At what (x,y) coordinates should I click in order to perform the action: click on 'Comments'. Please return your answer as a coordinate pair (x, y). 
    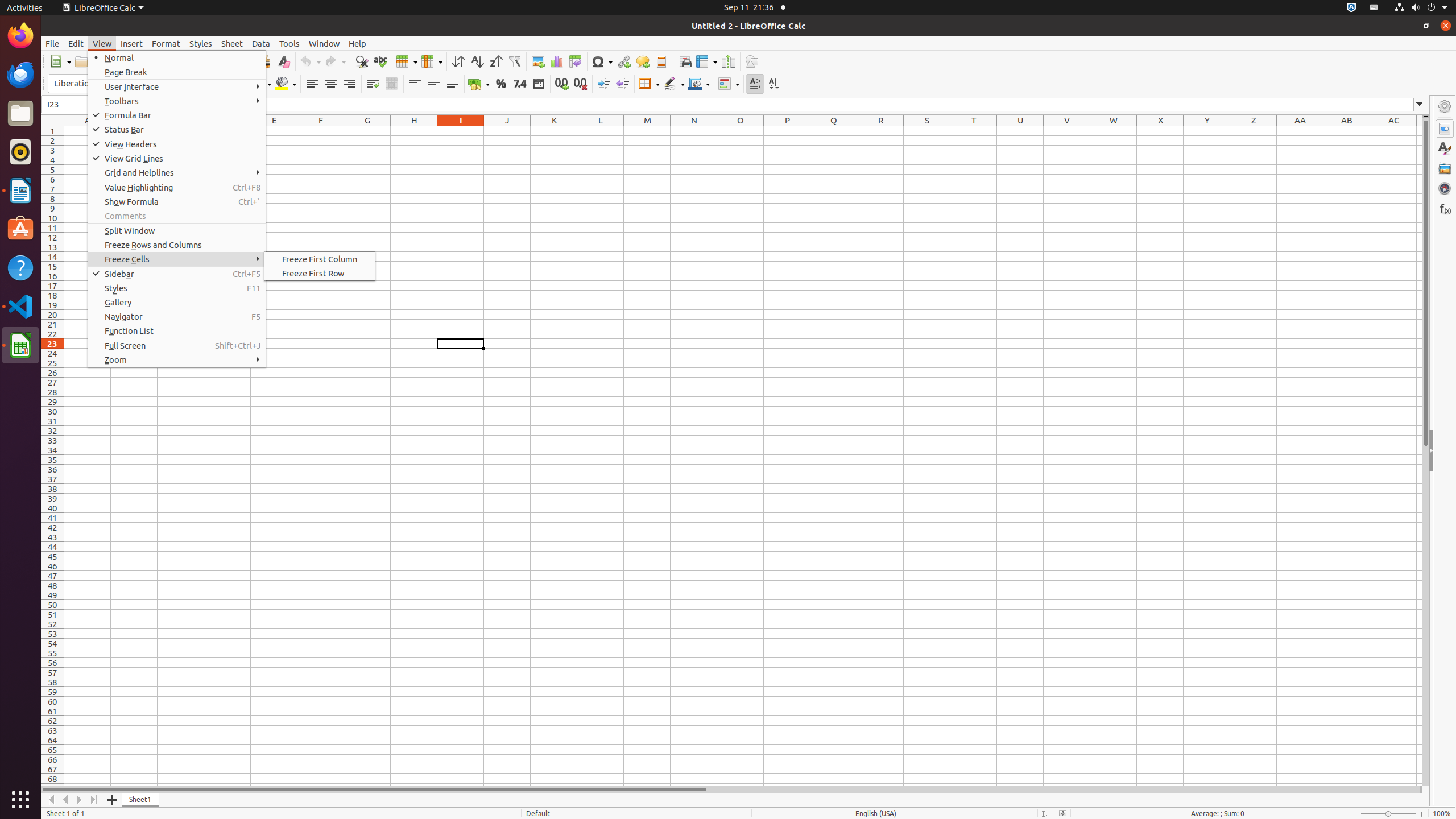
    Looking at the image, I should click on (176, 216).